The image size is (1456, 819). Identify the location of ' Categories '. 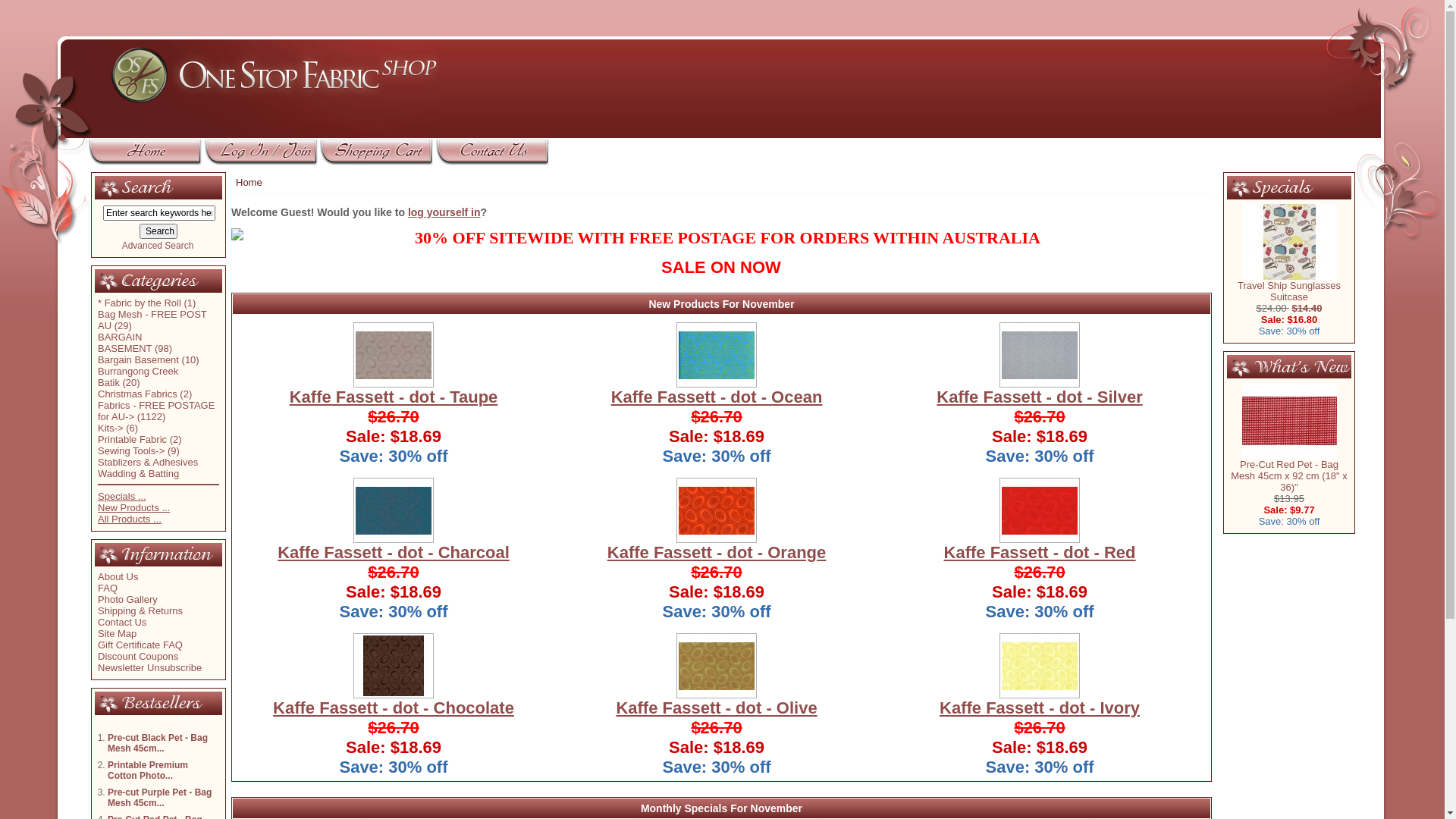
(147, 281).